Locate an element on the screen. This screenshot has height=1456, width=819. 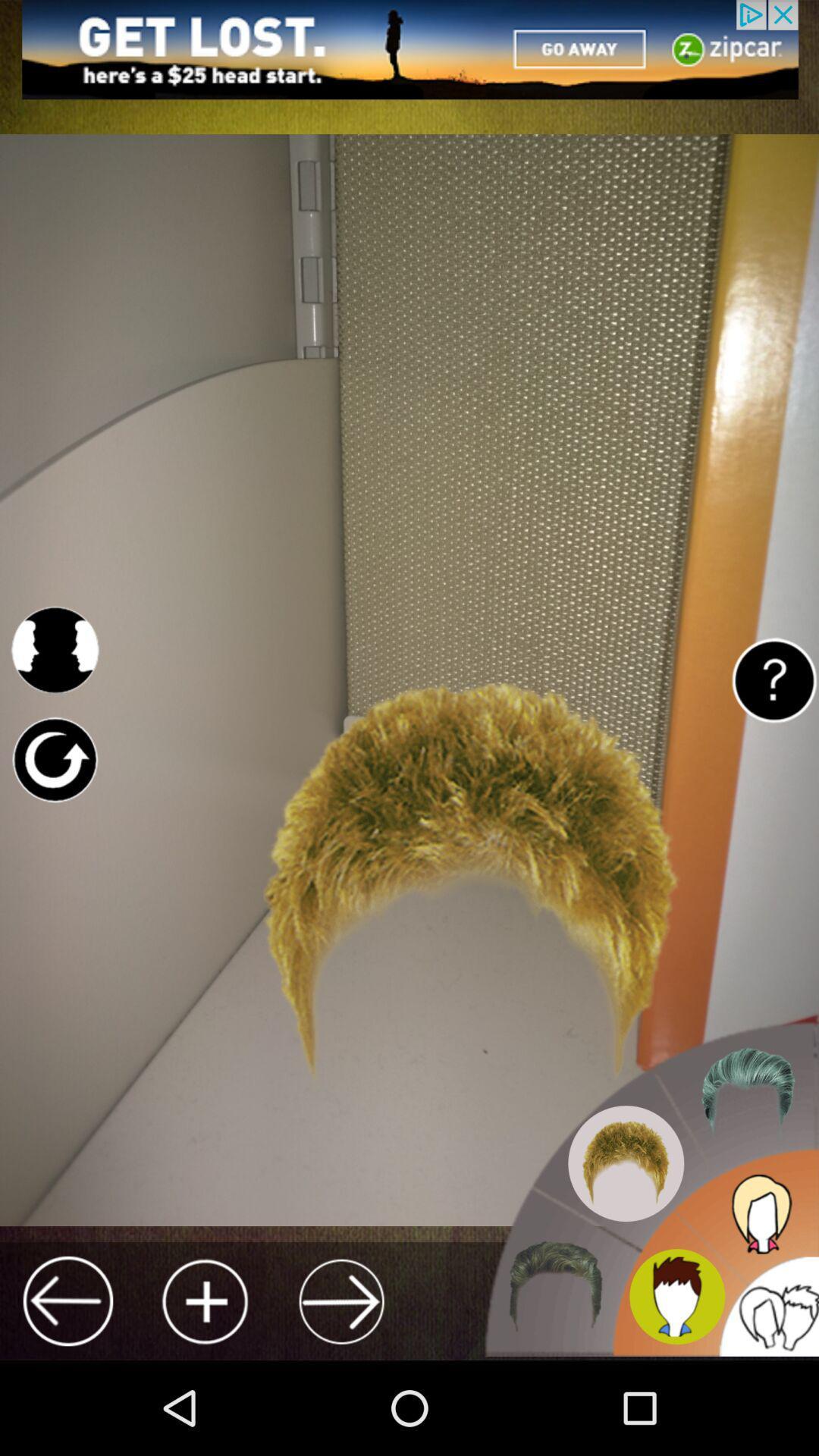
backword option is located at coordinates (67, 1301).